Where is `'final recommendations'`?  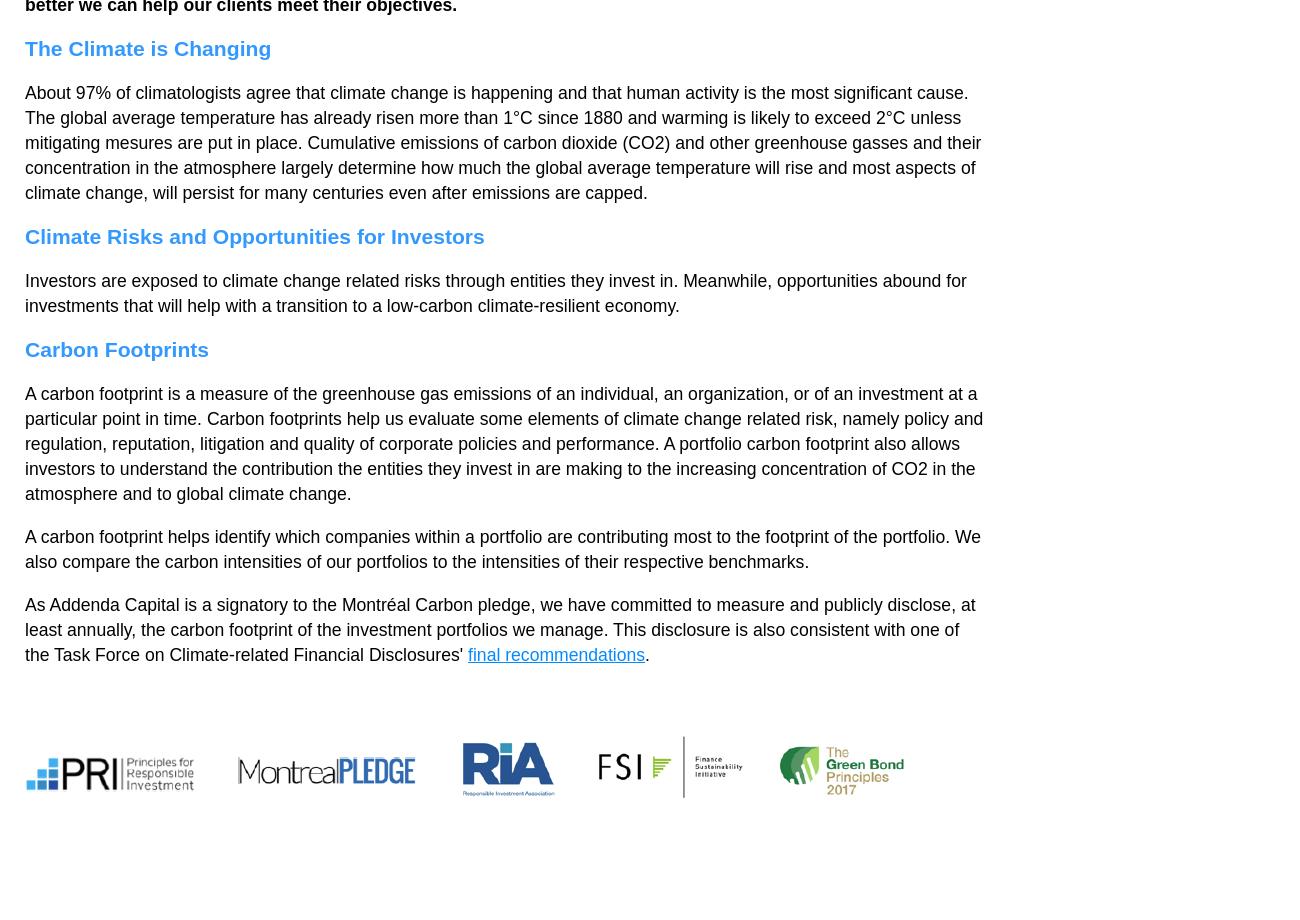 'final recommendations' is located at coordinates (467, 654).